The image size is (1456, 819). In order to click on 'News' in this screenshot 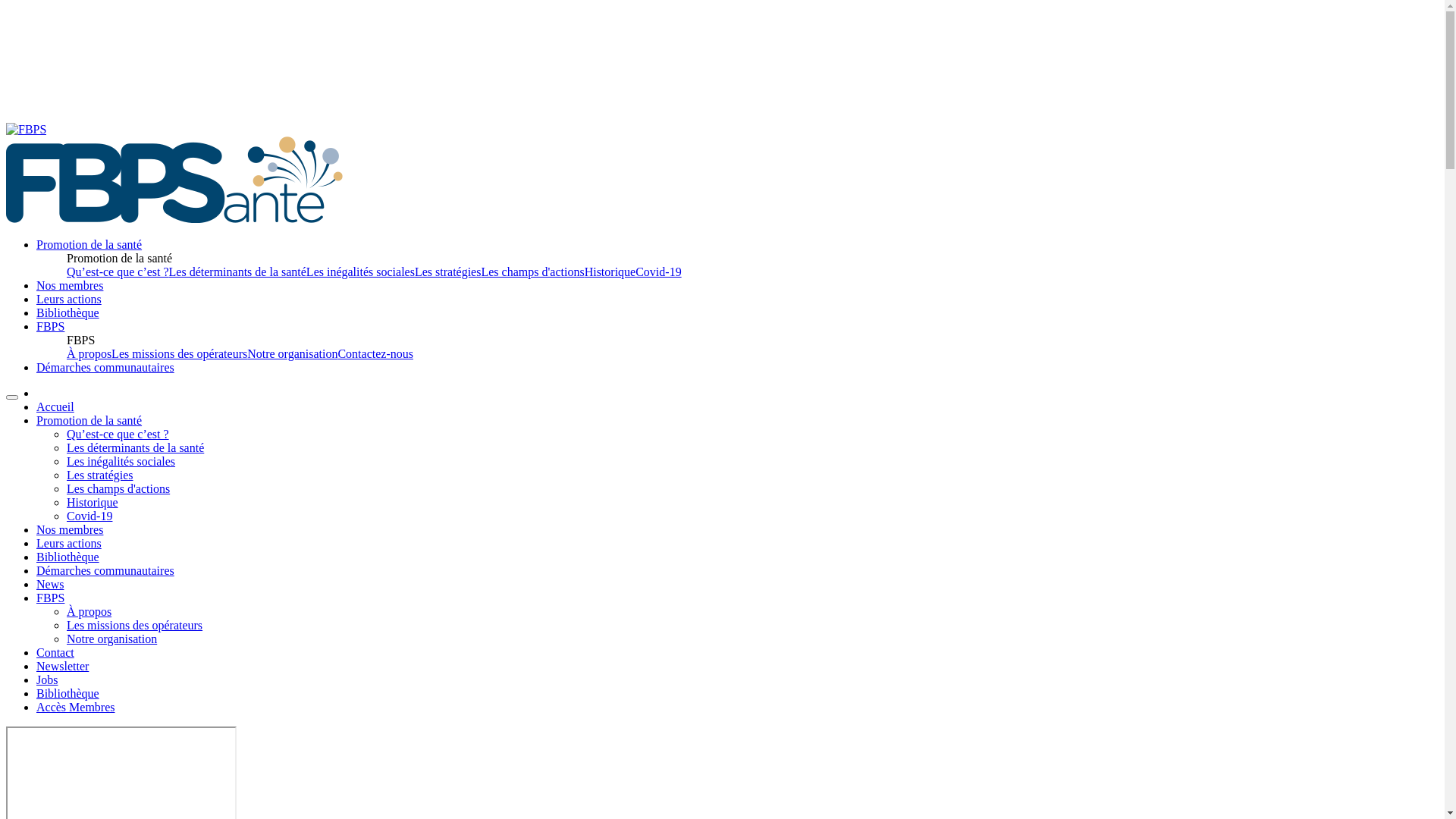, I will do `click(36, 583)`.